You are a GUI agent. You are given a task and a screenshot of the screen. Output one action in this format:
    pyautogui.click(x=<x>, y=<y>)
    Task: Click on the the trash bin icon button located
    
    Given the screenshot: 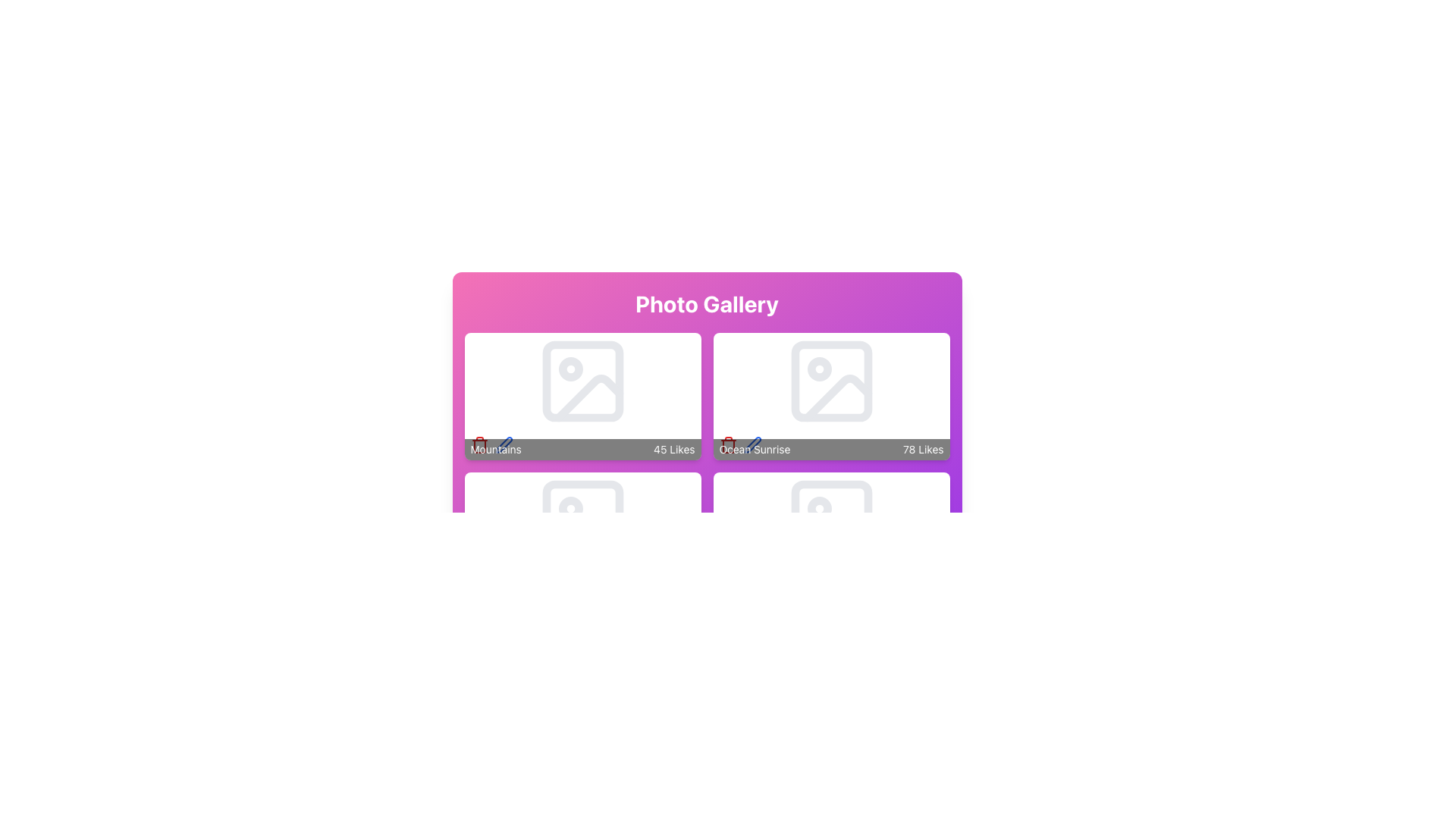 What is the action you would take?
    pyautogui.click(x=728, y=446)
    